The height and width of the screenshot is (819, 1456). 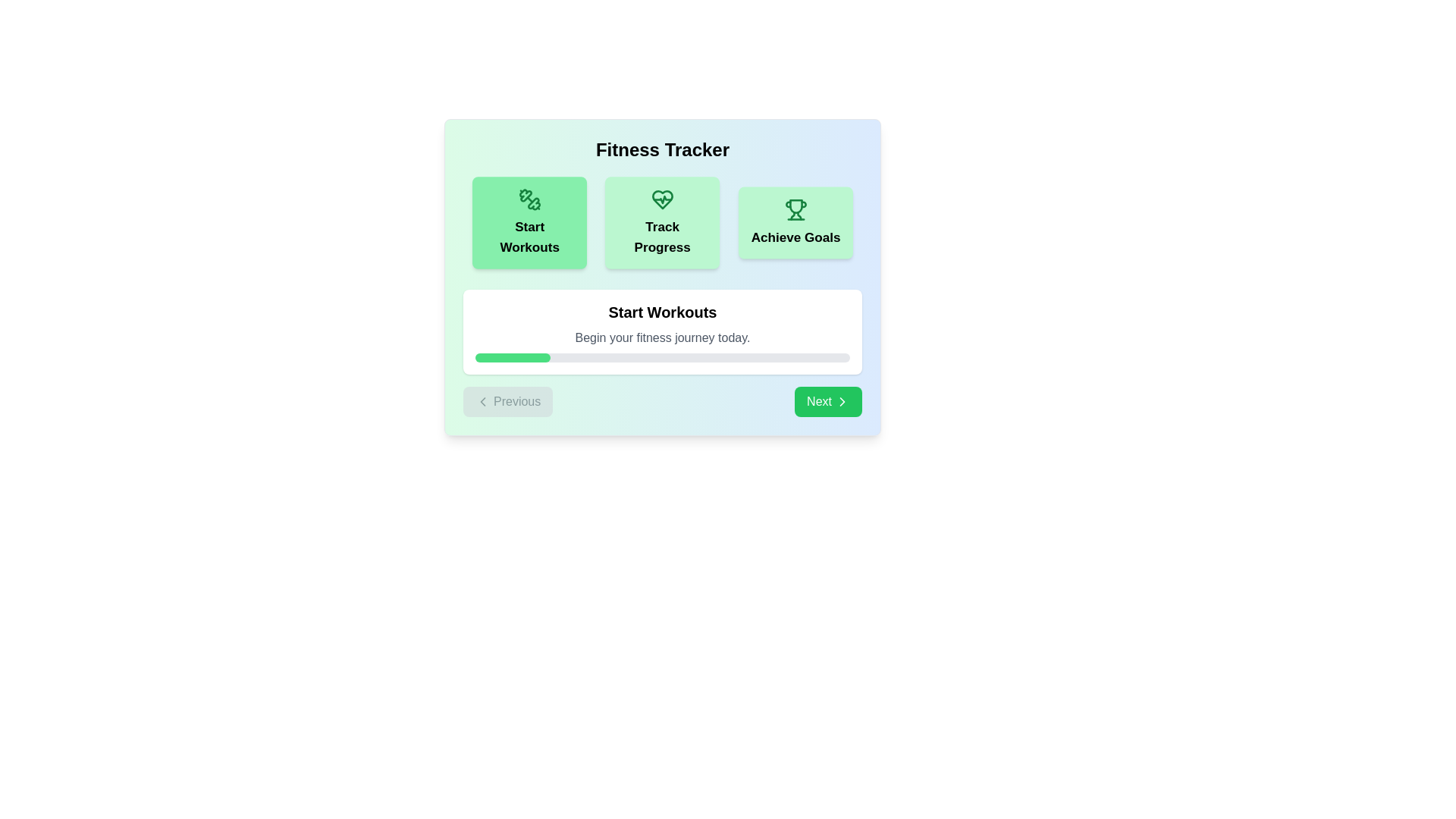 I want to click on the green heart icon representing 'Track Progress' functionality in the fitness tracking application, which is centrally located on the 'Track Progress' card, so click(x=662, y=199).